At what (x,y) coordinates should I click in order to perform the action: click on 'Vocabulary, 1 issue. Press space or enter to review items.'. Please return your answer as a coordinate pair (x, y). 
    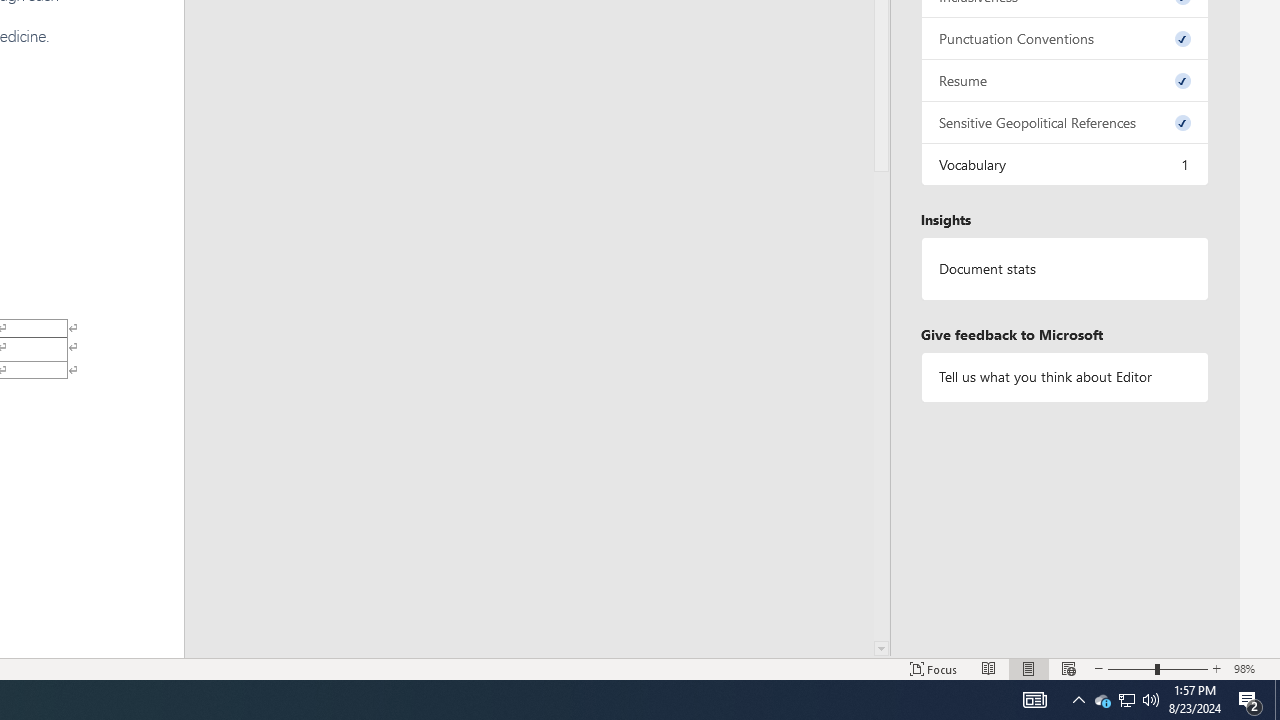
    Looking at the image, I should click on (1063, 163).